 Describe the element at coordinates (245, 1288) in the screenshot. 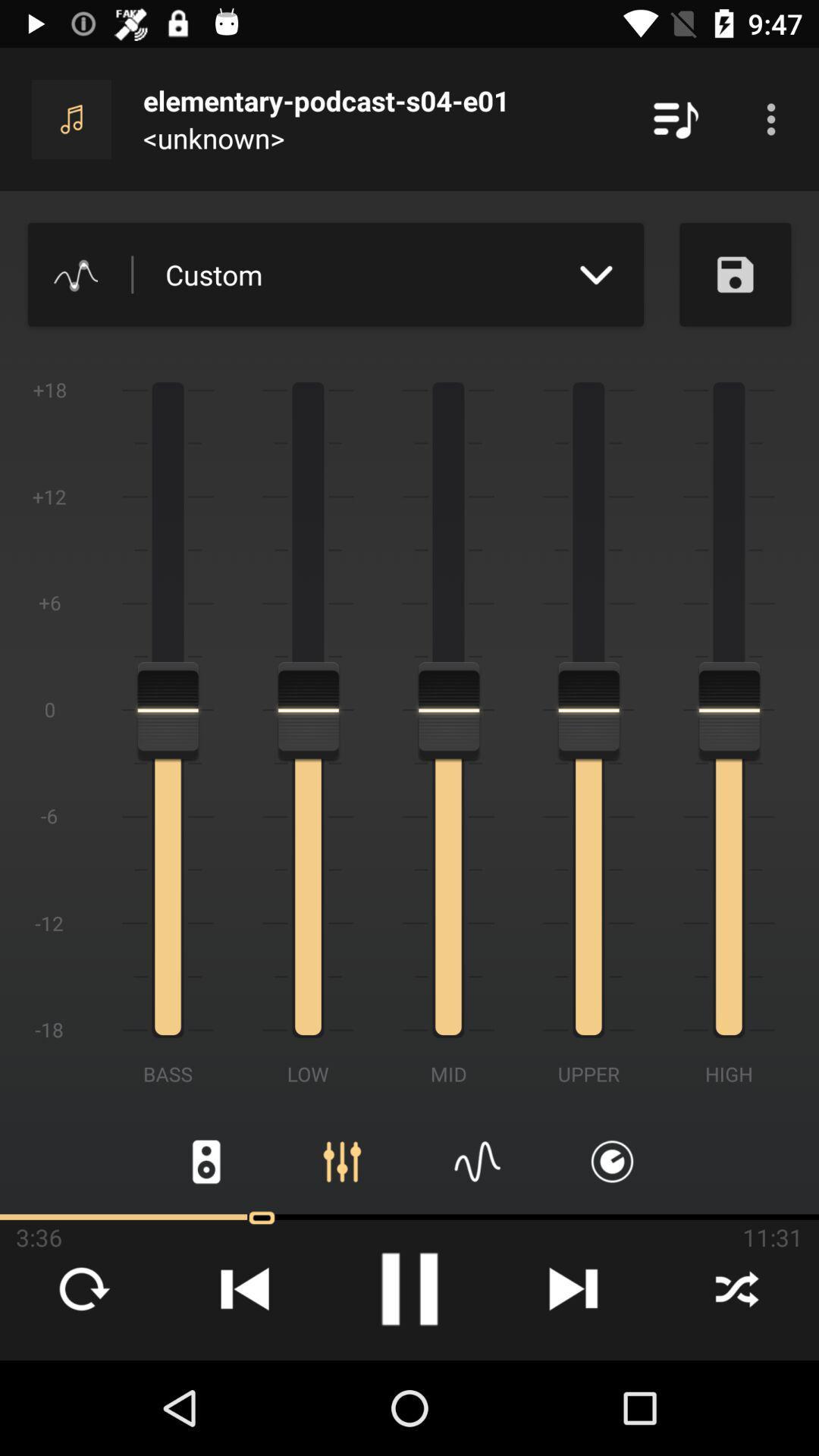

I see `the skip_previous icon` at that location.